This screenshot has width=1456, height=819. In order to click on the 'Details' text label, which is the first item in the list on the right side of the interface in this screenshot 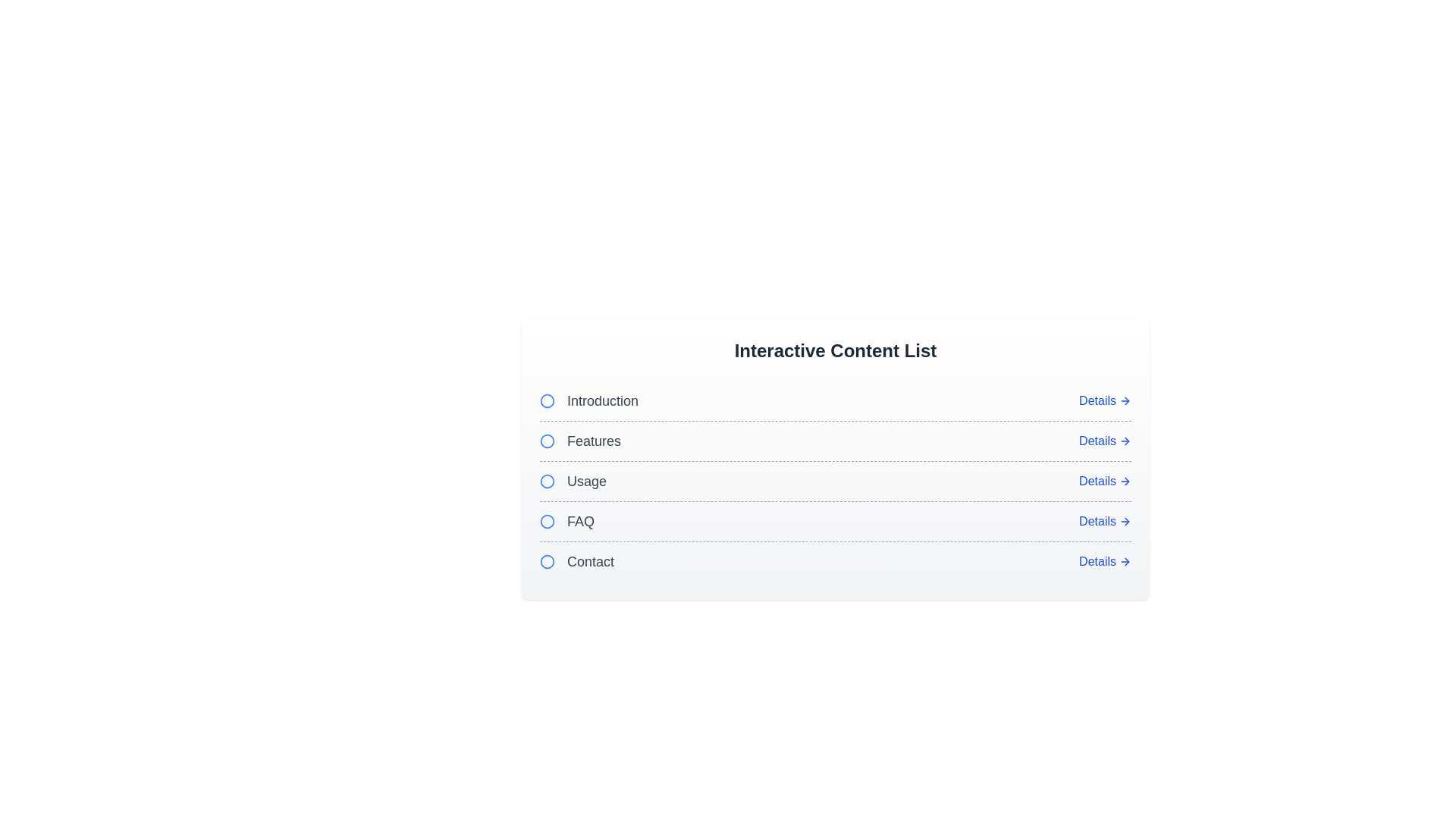, I will do `click(1097, 400)`.